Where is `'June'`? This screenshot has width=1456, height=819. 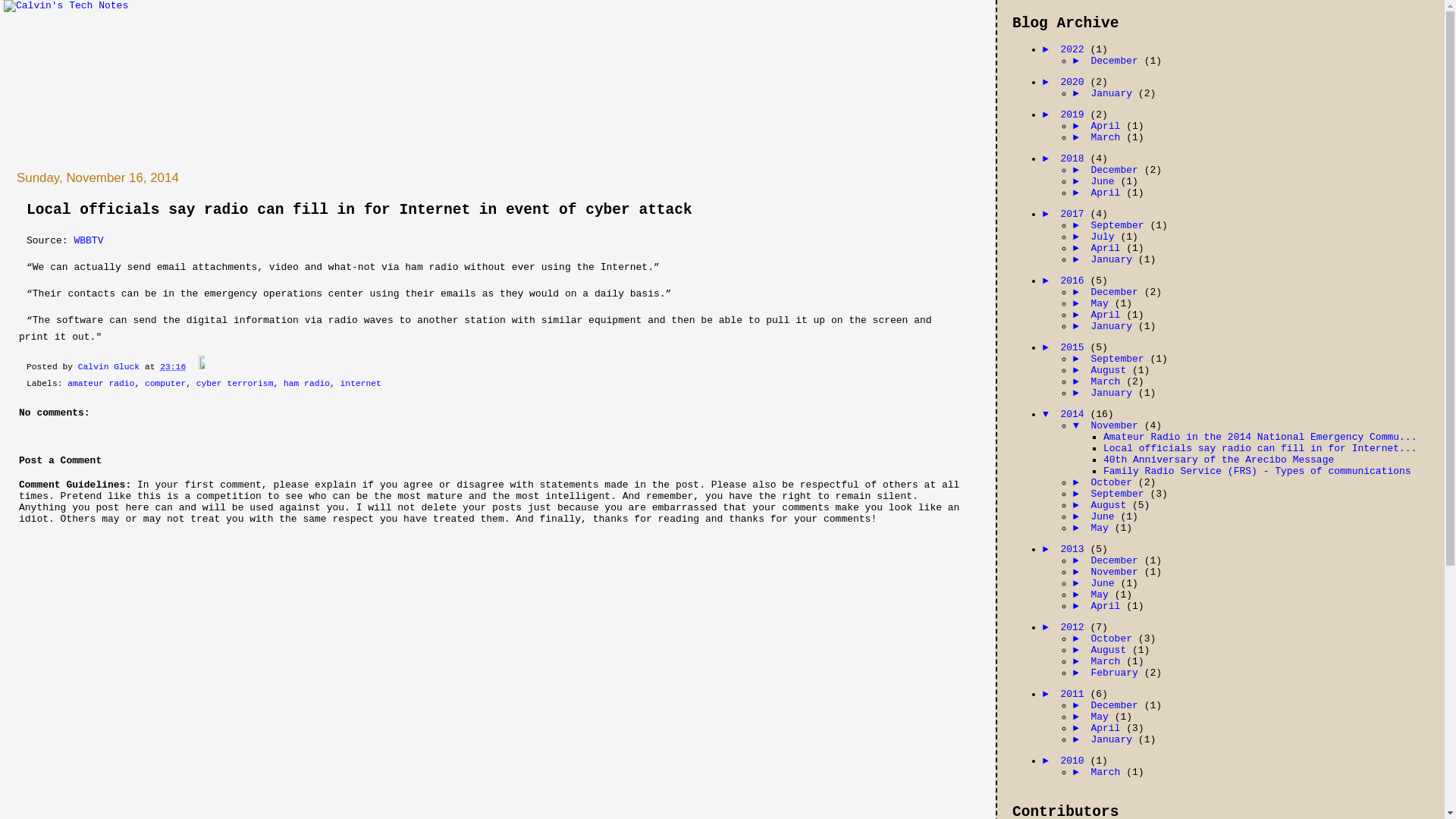 'June' is located at coordinates (1105, 180).